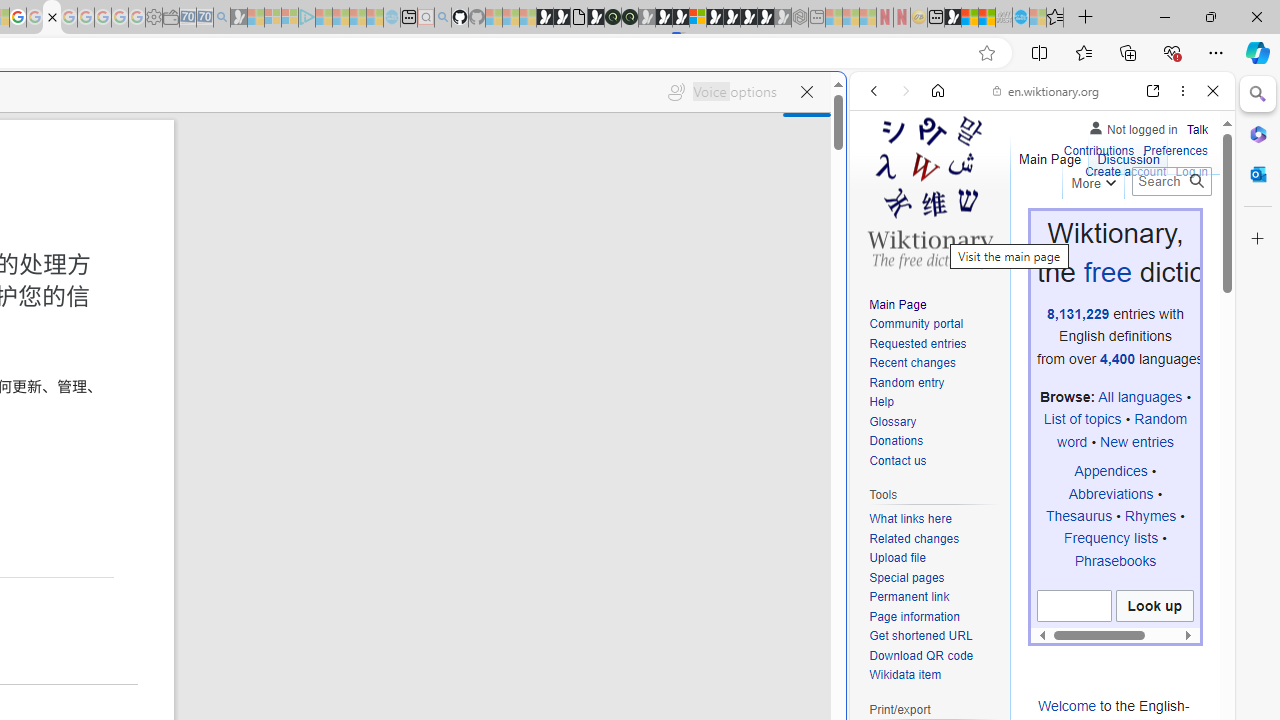 This screenshot has height=720, width=1280. What do you see at coordinates (1171, 181) in the screenshot?
I see `'Search Wiktionary'` at bounding box center [1171, 181].